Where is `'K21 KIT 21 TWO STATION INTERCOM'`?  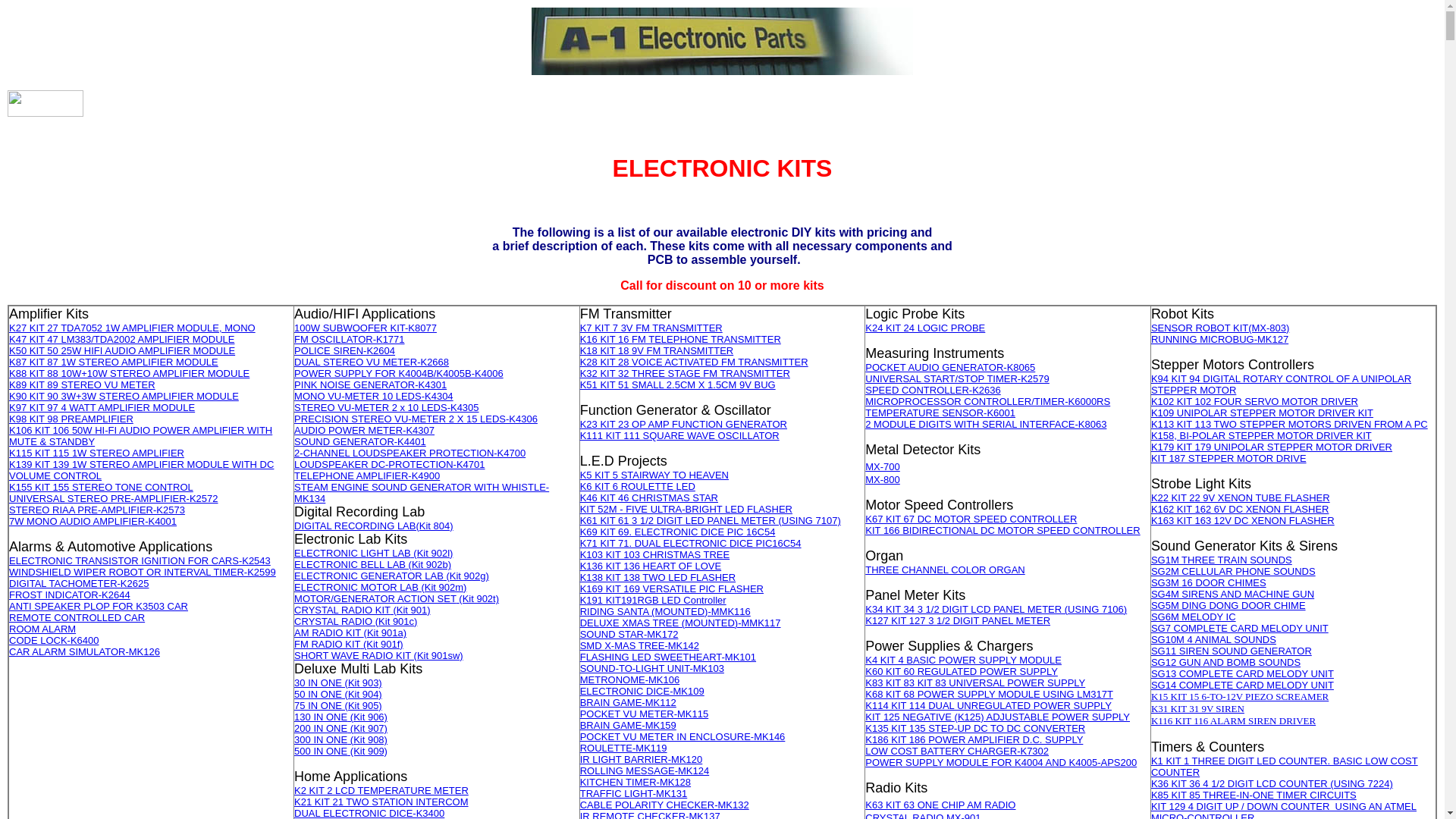
'K21 KIT 21 TWO STATION INTERCOM' is located at coordinates (381, 801).